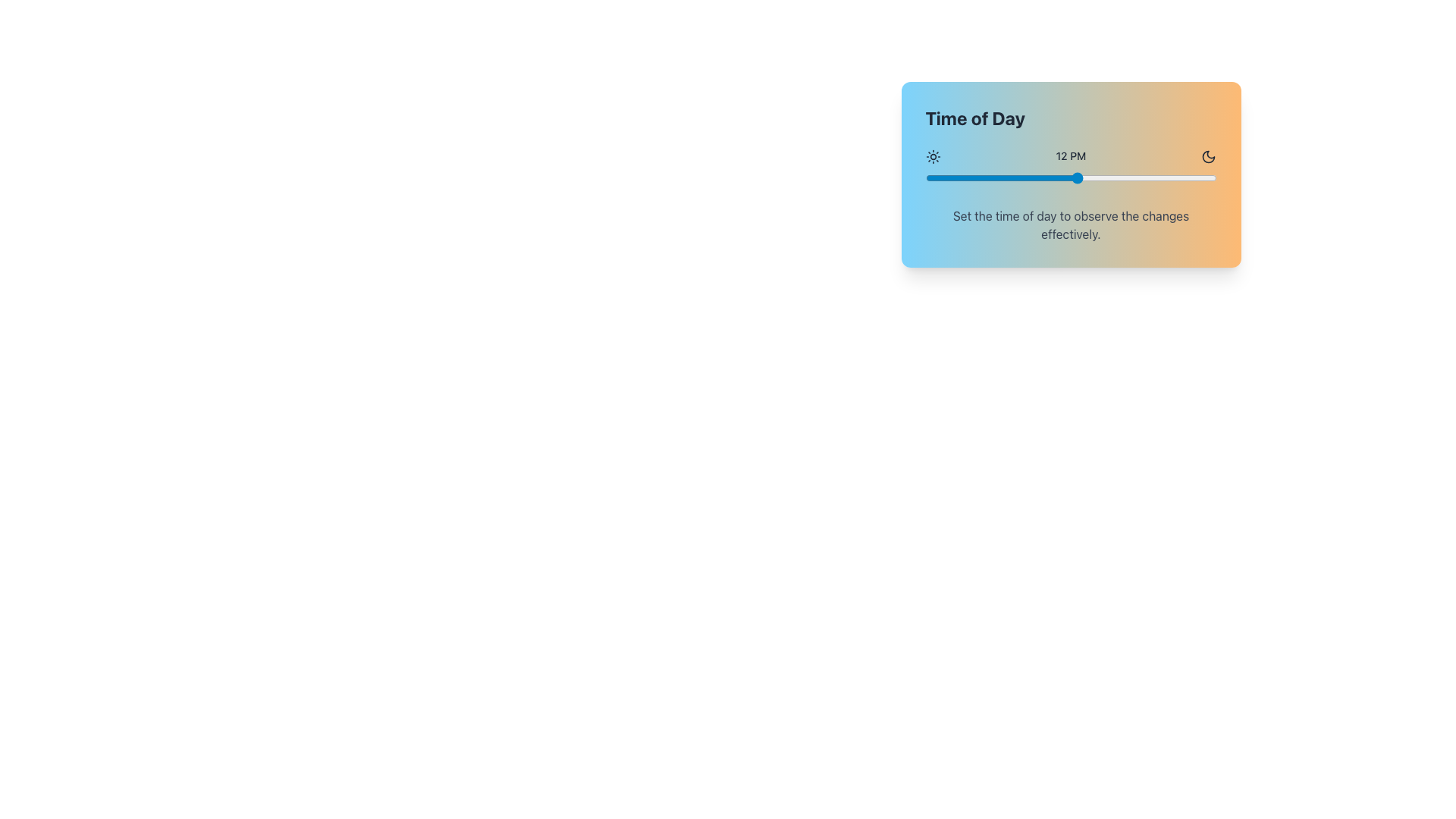  I want to click on time of day, so click(1165, 177).